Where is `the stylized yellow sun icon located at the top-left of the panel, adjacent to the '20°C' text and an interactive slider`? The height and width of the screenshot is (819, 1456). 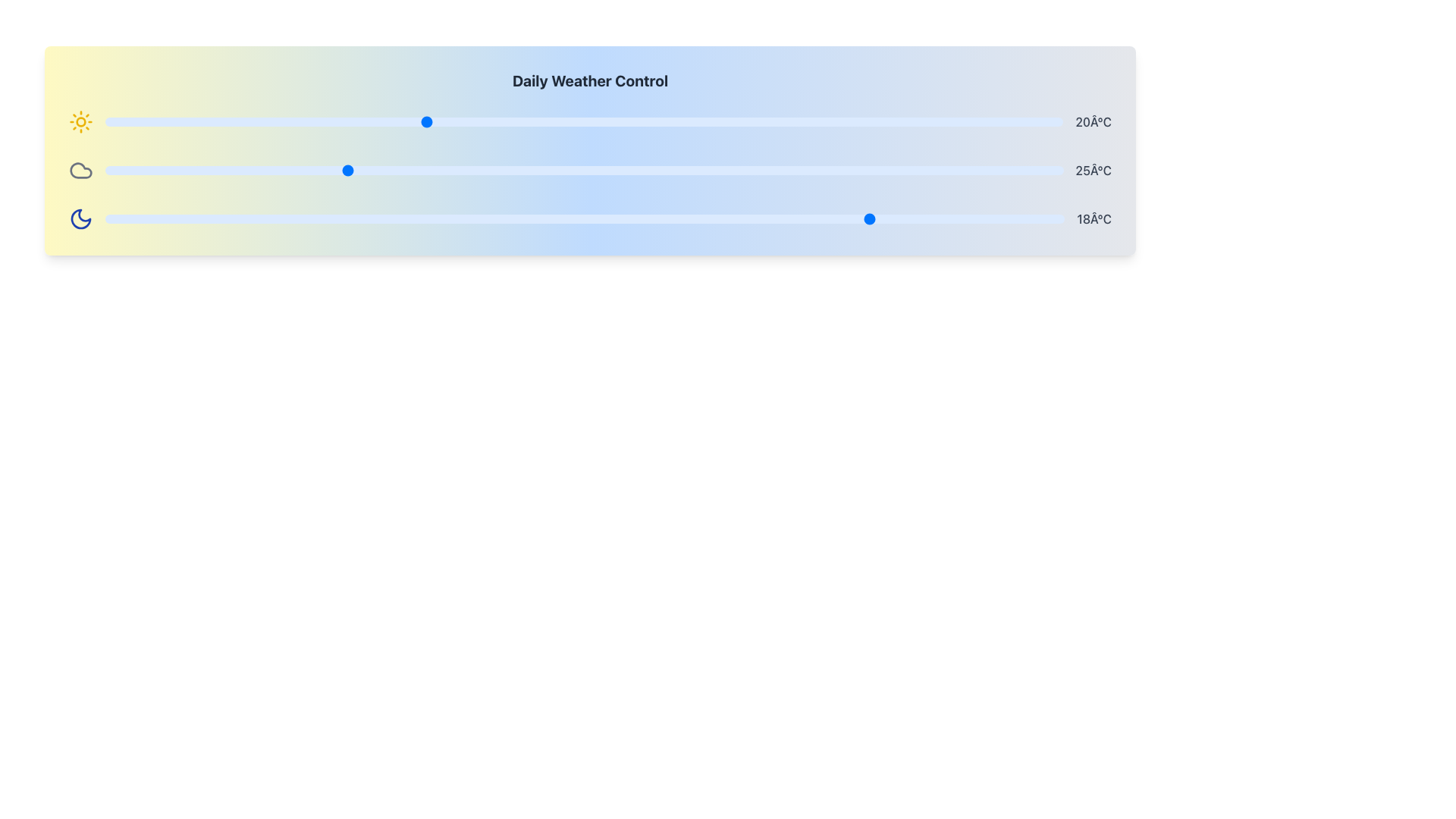 the stylized yellow sun icon located at the top-left of the panel, adjacent to the '20°C' text and an interactive slider is located at coordinates (80, 121).